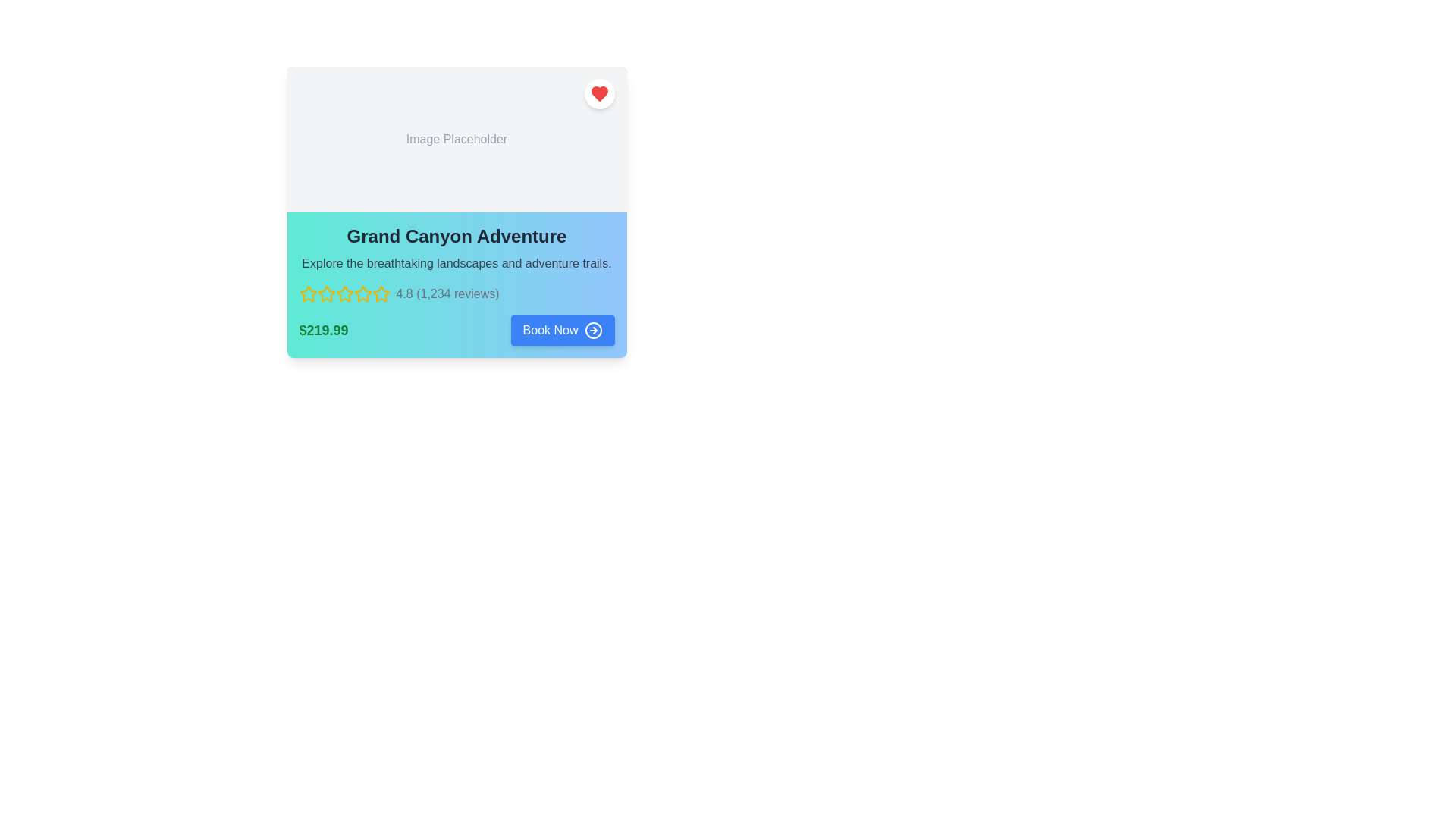 The image size is (1456, 819). What do you see at coordinates (344, 294) in the screenshot?
I see `the fourth star-shaped icon in the rating section, which has a yellow outline and light blue fill, located beneath the title and description of the card` at bounding box center [344, 294].